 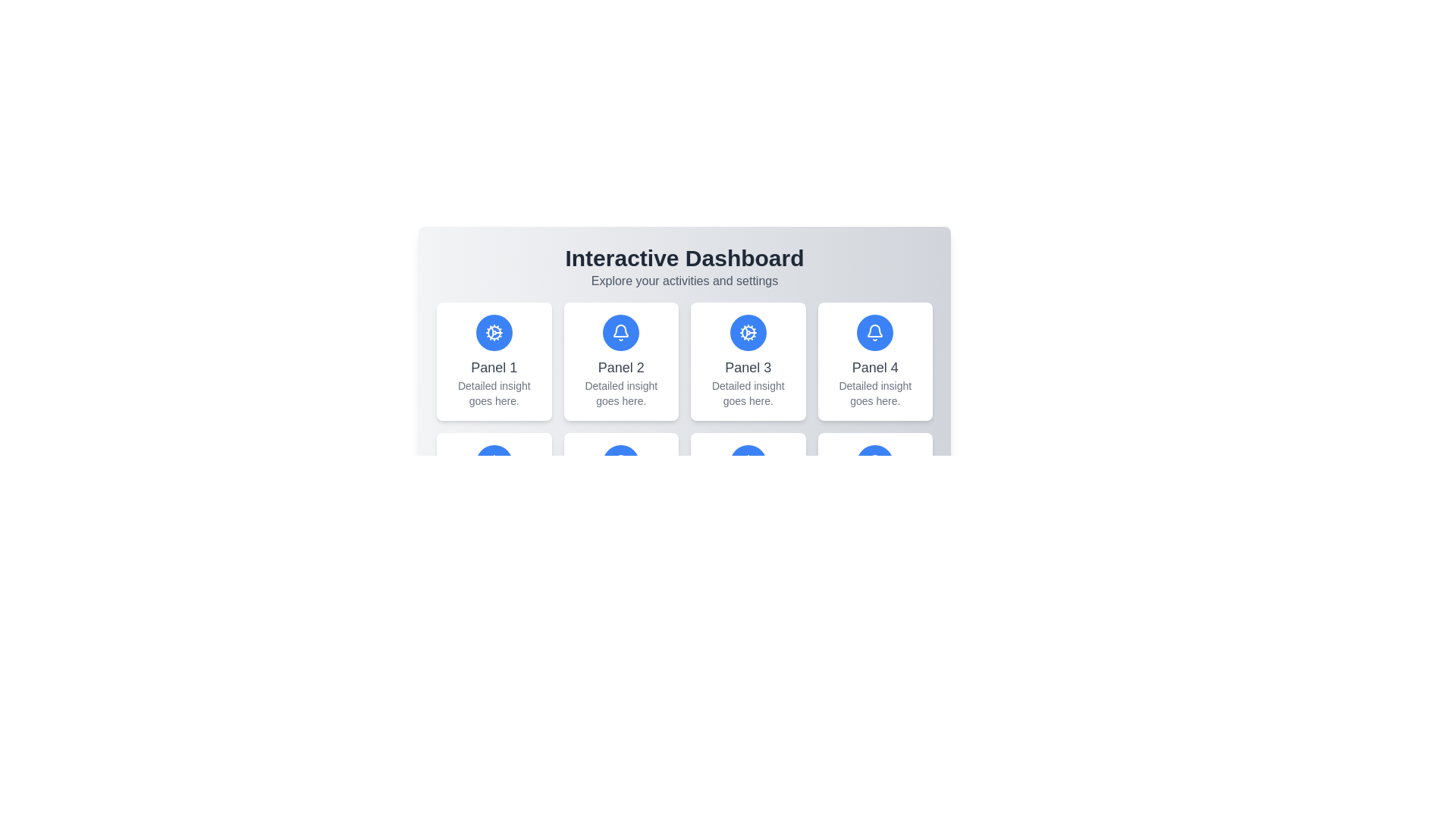 What do you see at coordinates (683, 267) in the screenshot?
I see `the Label or Title Section at the top of the dashboard interface that provides a summary of the page's purpose and functionalities` at bounding box center [683, 267].